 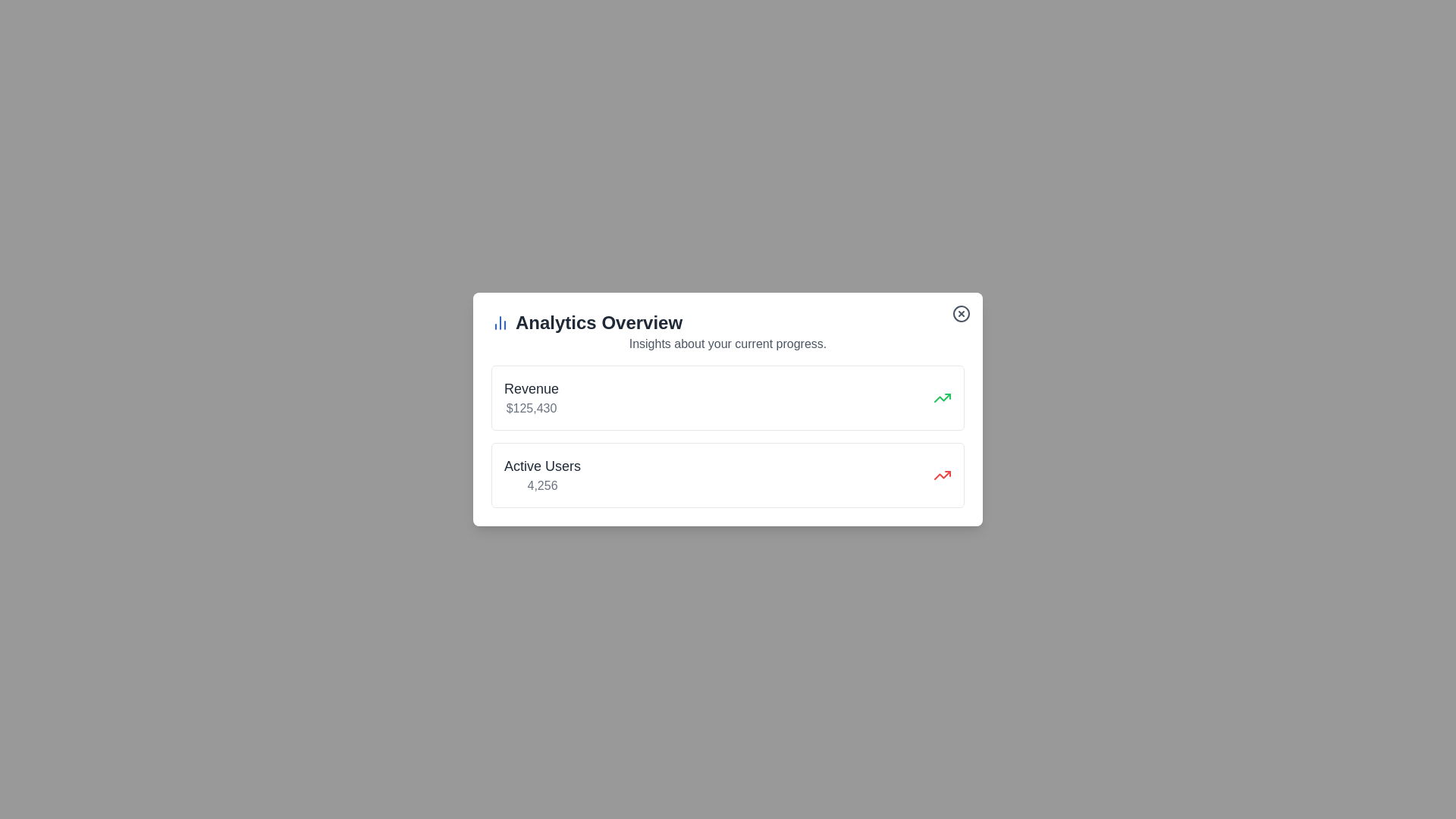 What do you see at coordinates (542, 465) in the screenshot?
I see `the 'Active Users' text label within the second block of the 'Analytics Overview' card, which is positioned above the number '4,256'` at bounding box center [542, 465].